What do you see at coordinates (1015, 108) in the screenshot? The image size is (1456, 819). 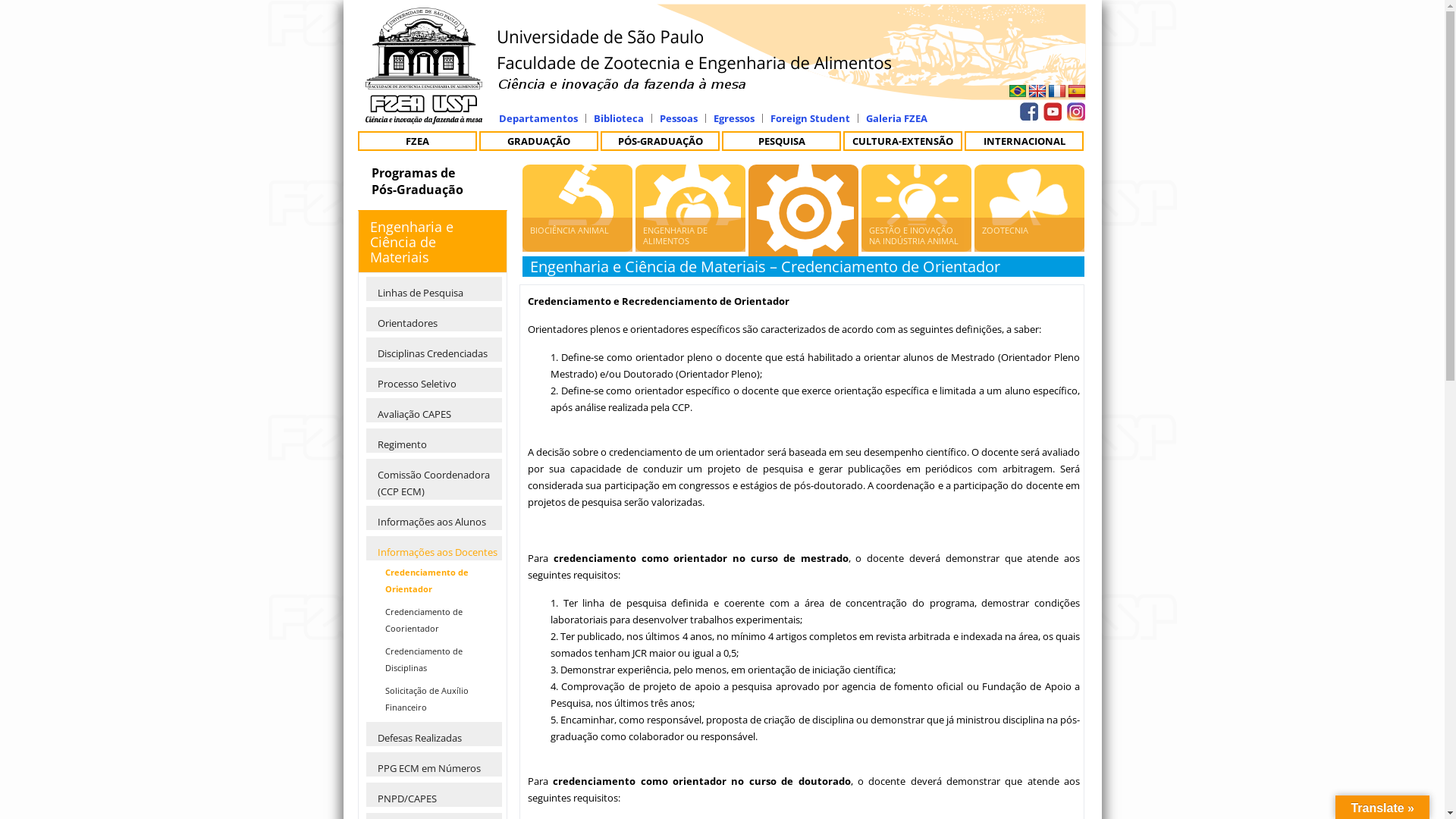 I see `' '` at bounding box center [1015, 108].